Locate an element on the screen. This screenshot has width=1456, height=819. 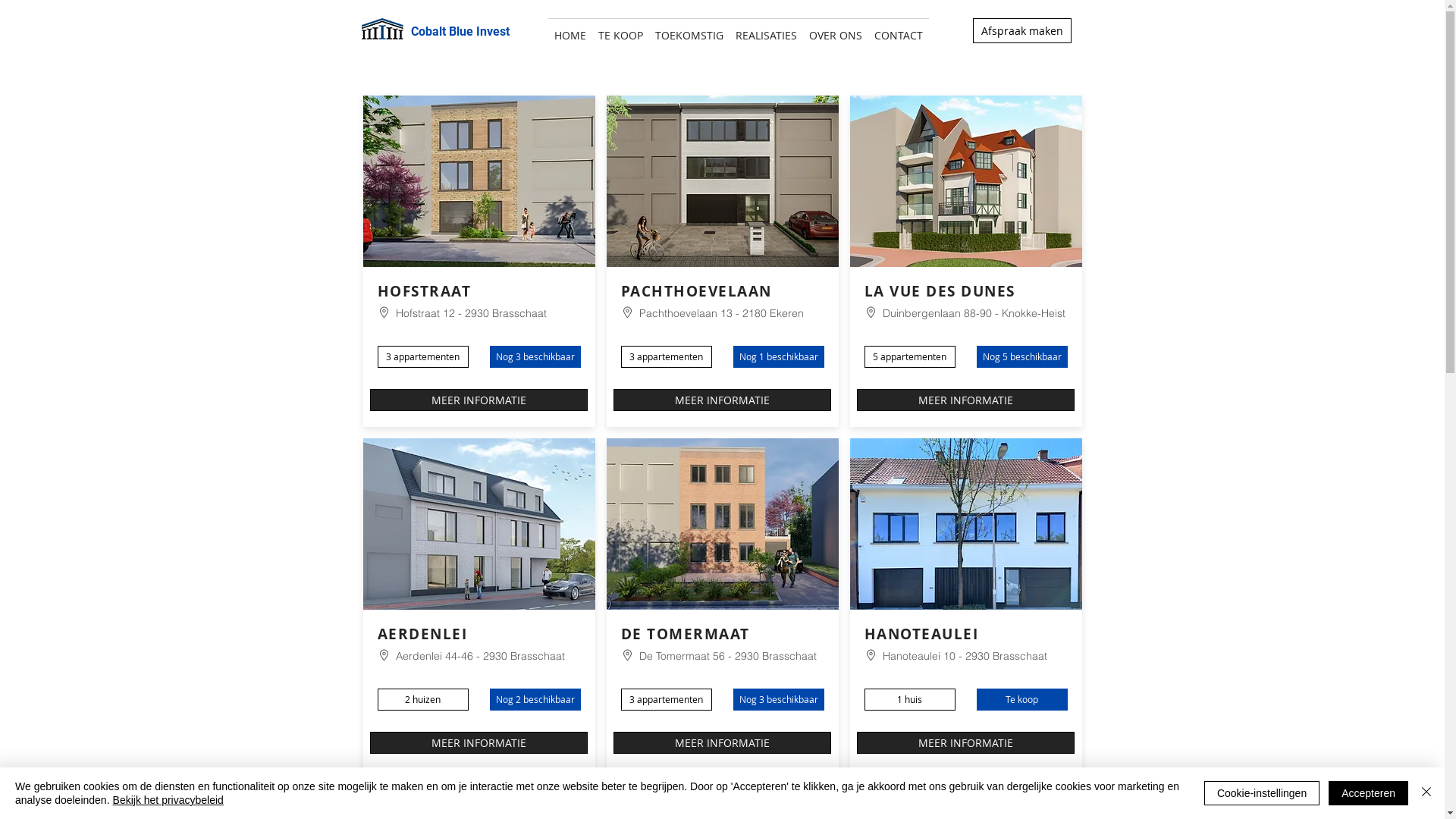
'TE KOOP' is located at coordinates (620, 28).